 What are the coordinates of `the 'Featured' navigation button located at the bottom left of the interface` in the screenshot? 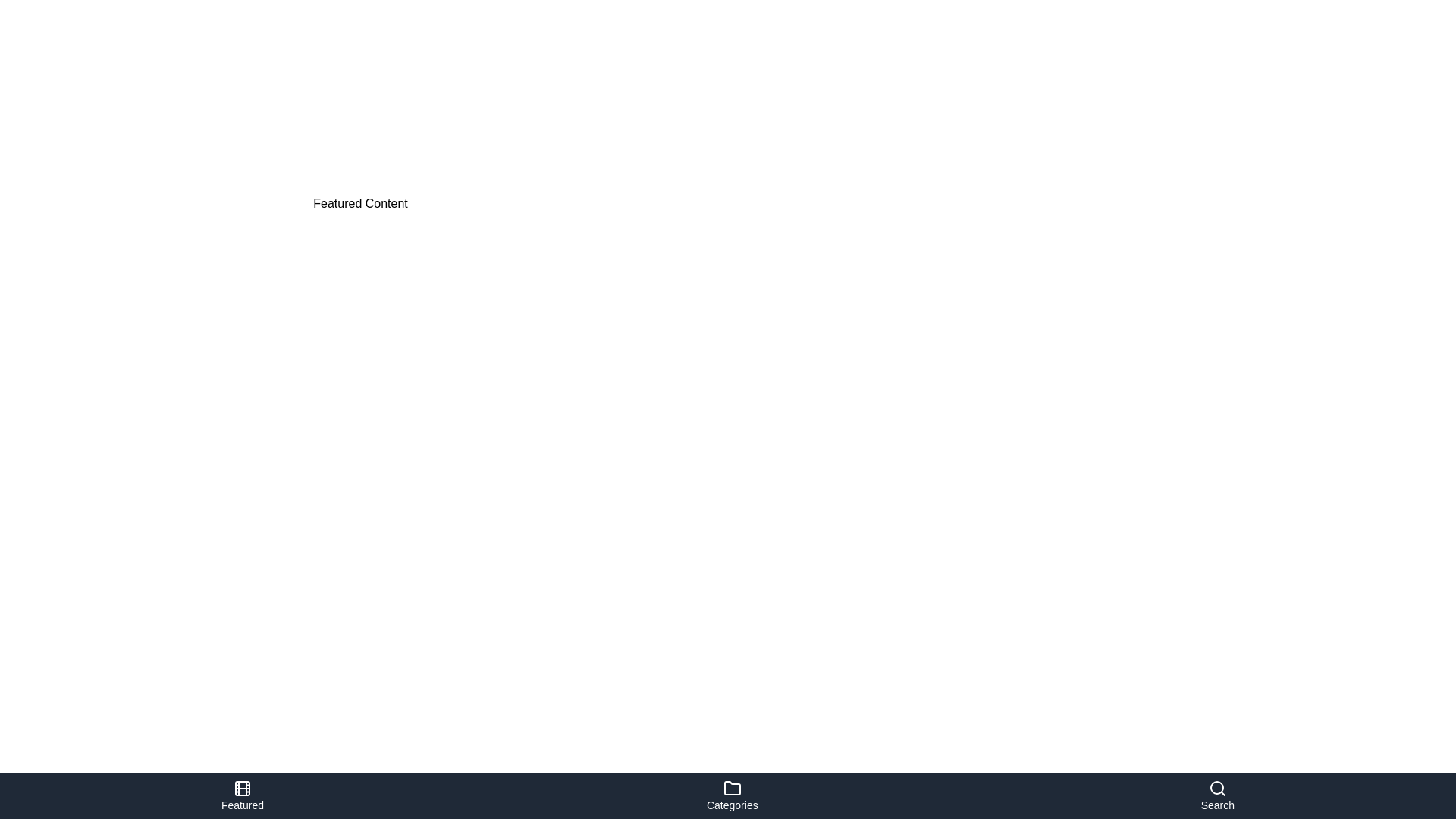 It's located at (243, 795).